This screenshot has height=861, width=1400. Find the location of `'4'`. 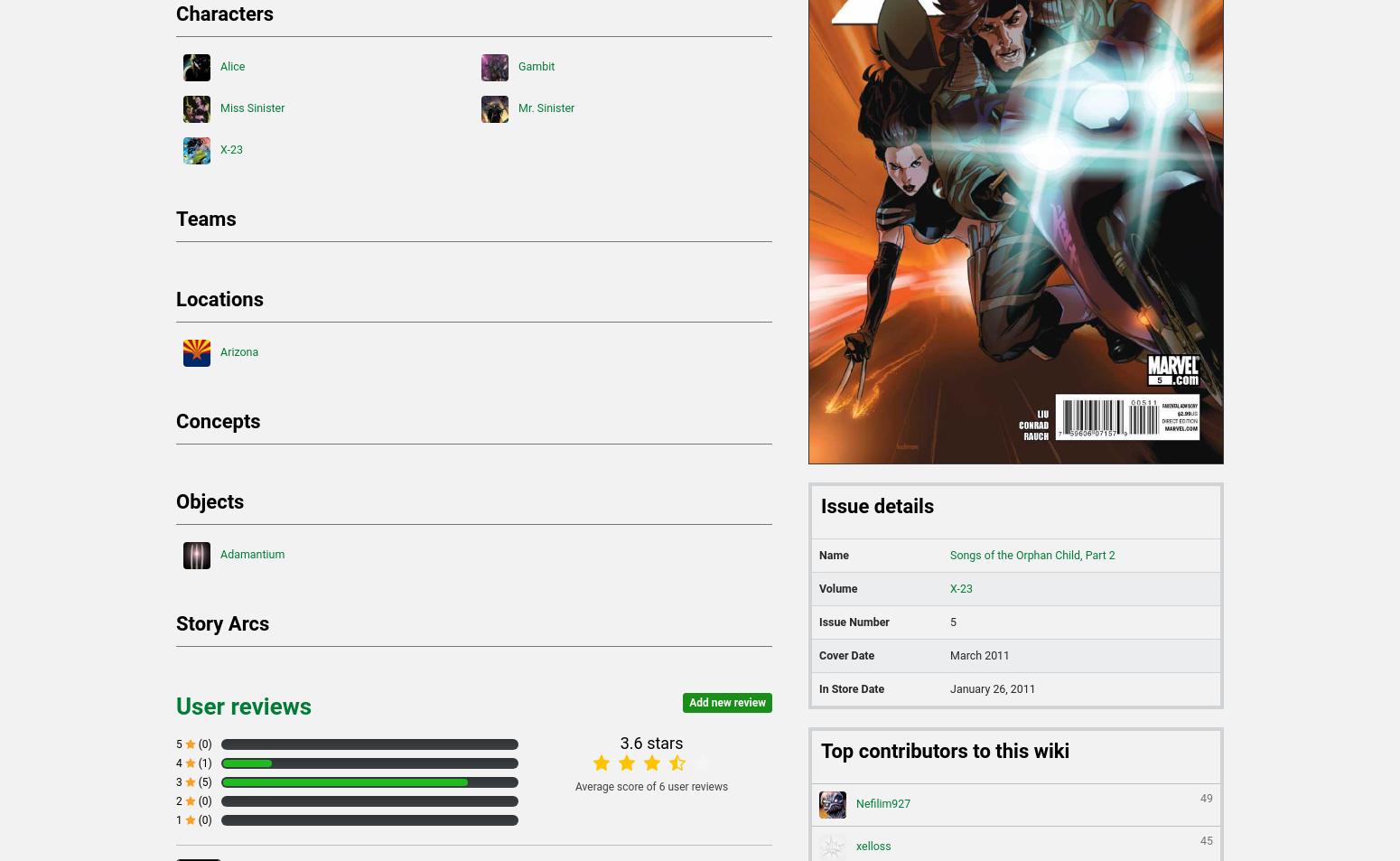

'4' is located at coordinates (179, 763).